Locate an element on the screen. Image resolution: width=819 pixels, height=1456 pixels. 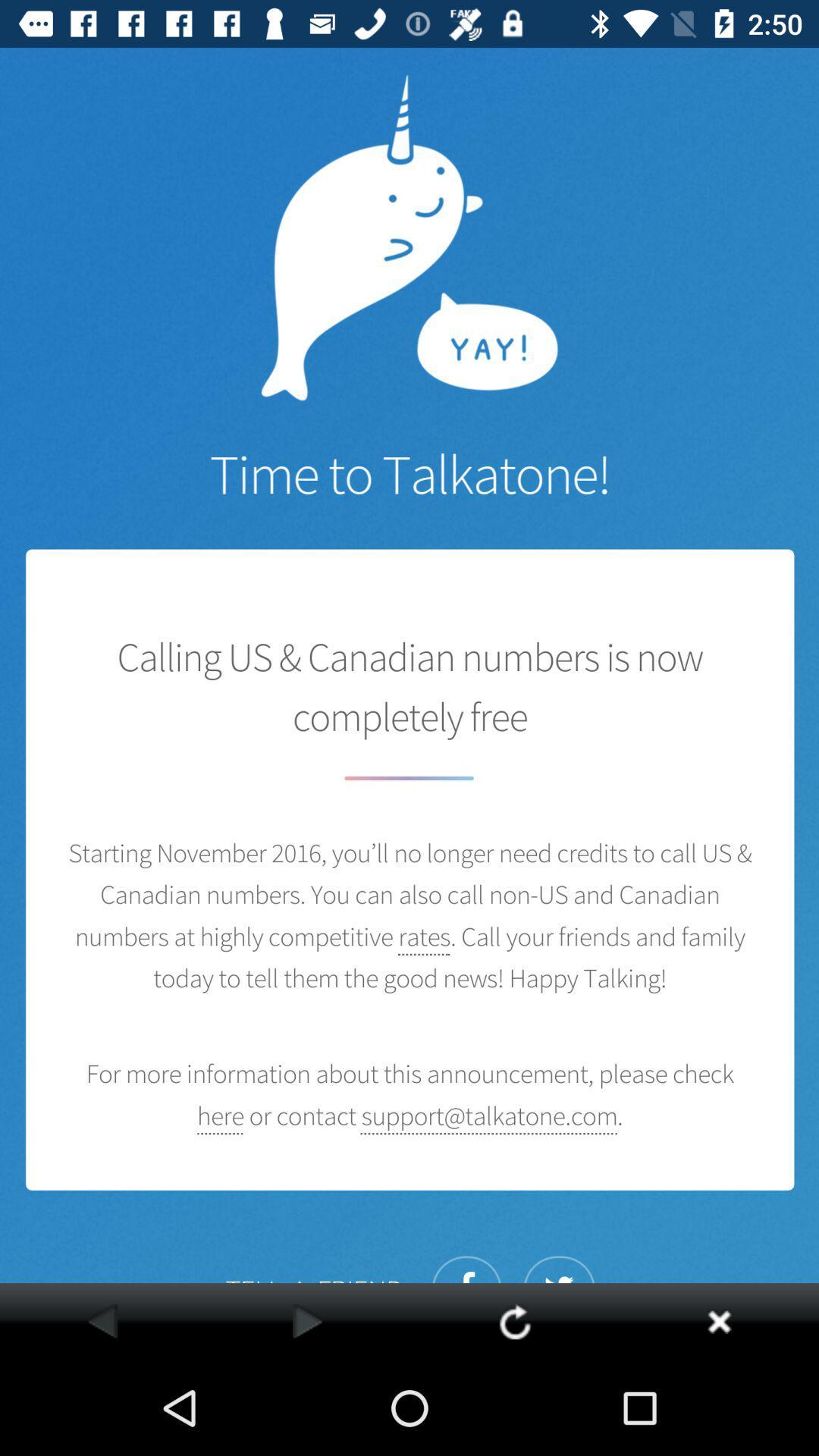
the arrow_backward icon is located at coordinates (102, 1320).